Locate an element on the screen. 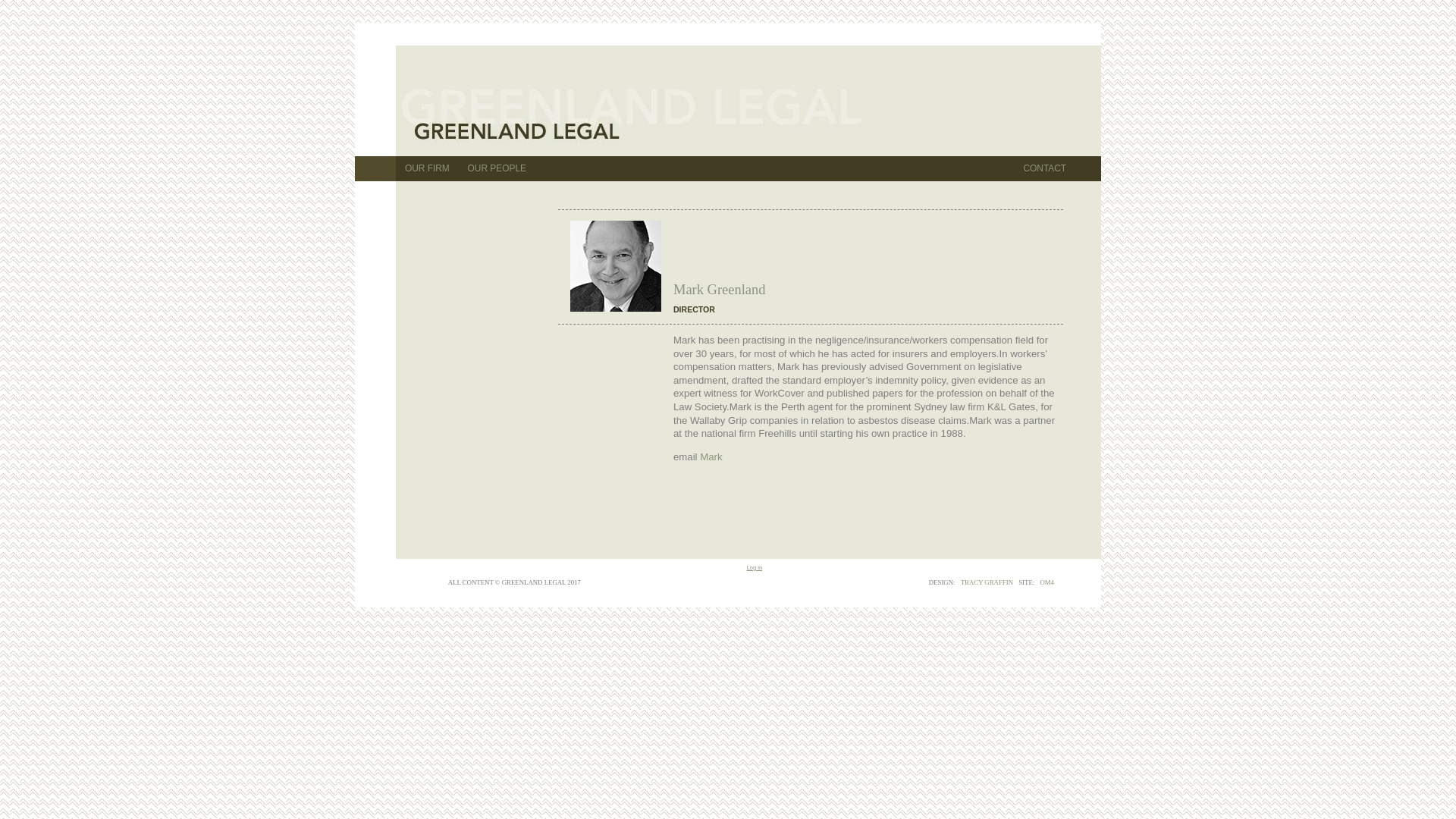 This screenshot has height=819, width=1456. 'OUR PEOPLE' is located at coordinates (497, 168).